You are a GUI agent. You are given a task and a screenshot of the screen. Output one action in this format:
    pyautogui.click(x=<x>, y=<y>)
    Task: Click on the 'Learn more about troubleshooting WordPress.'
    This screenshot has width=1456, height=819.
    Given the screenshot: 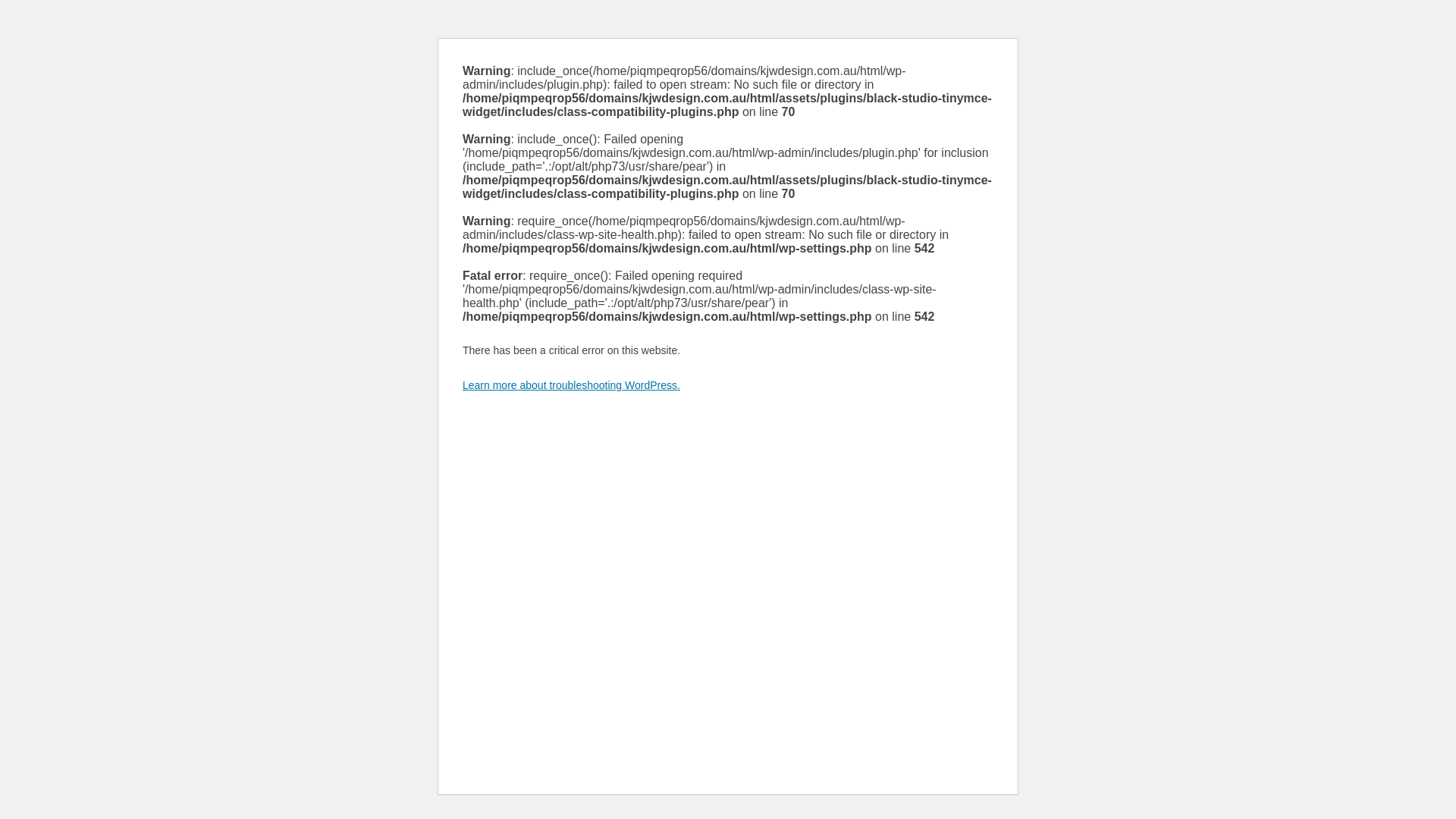 What is the action you would take?
    pyautogui.click(x=570, y=384)
    